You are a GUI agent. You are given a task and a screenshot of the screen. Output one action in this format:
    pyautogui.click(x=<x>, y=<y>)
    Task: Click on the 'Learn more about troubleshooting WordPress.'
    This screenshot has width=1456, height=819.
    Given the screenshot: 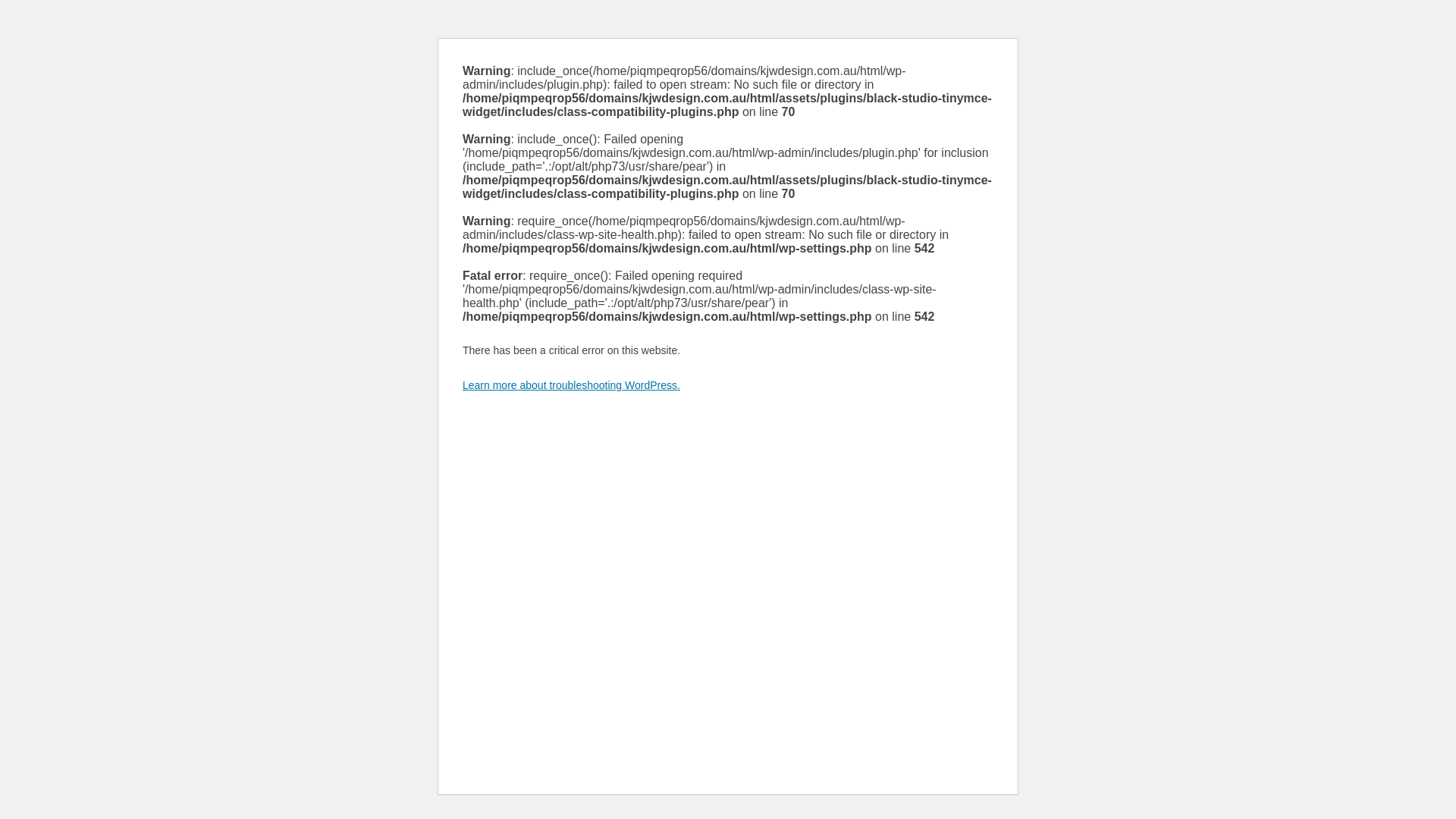 What is the action you would take?
    pyautogui.click(x=570, y=384)
    